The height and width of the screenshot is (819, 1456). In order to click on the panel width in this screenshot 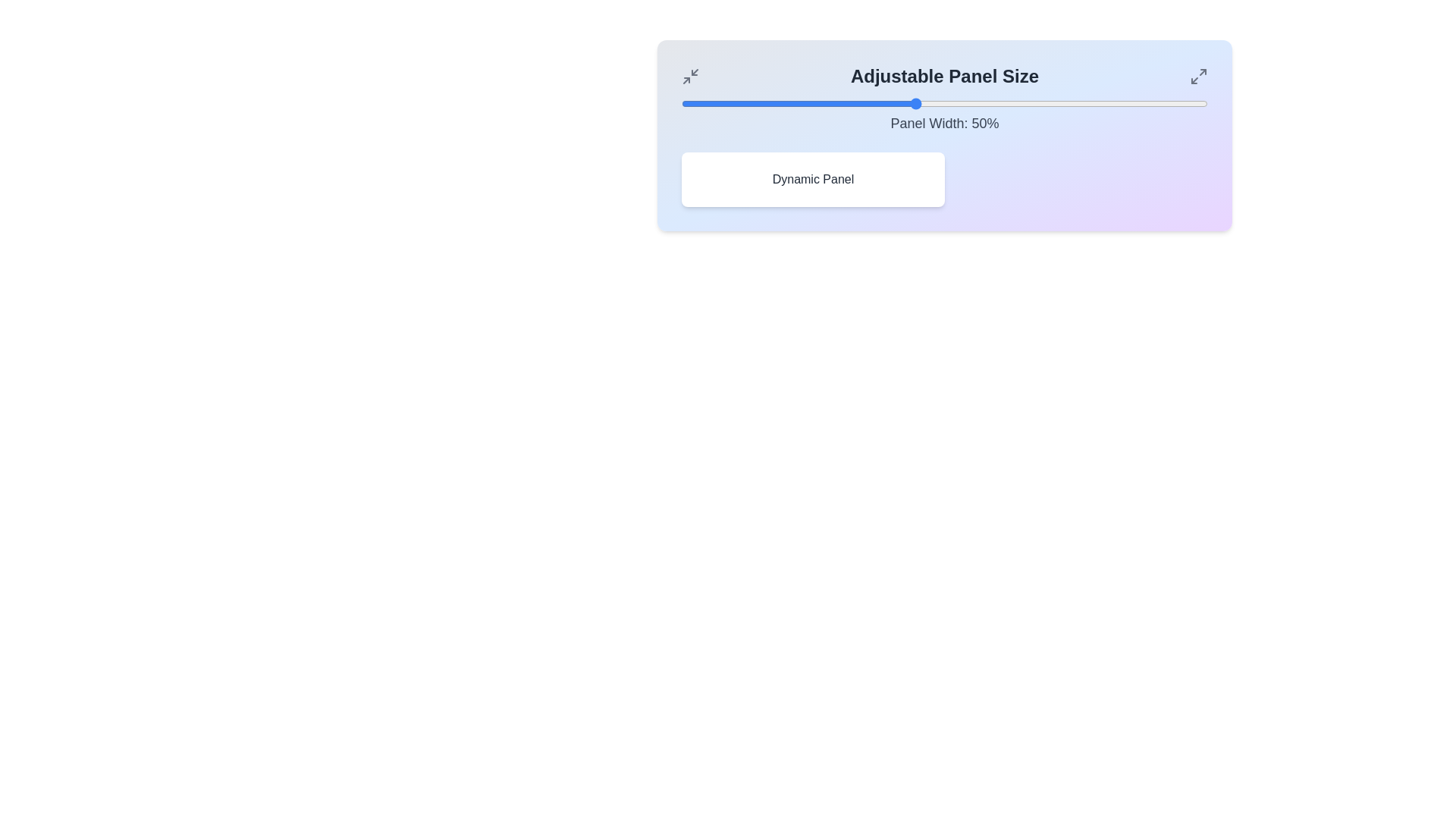, I will do `click(1172, 103)`.